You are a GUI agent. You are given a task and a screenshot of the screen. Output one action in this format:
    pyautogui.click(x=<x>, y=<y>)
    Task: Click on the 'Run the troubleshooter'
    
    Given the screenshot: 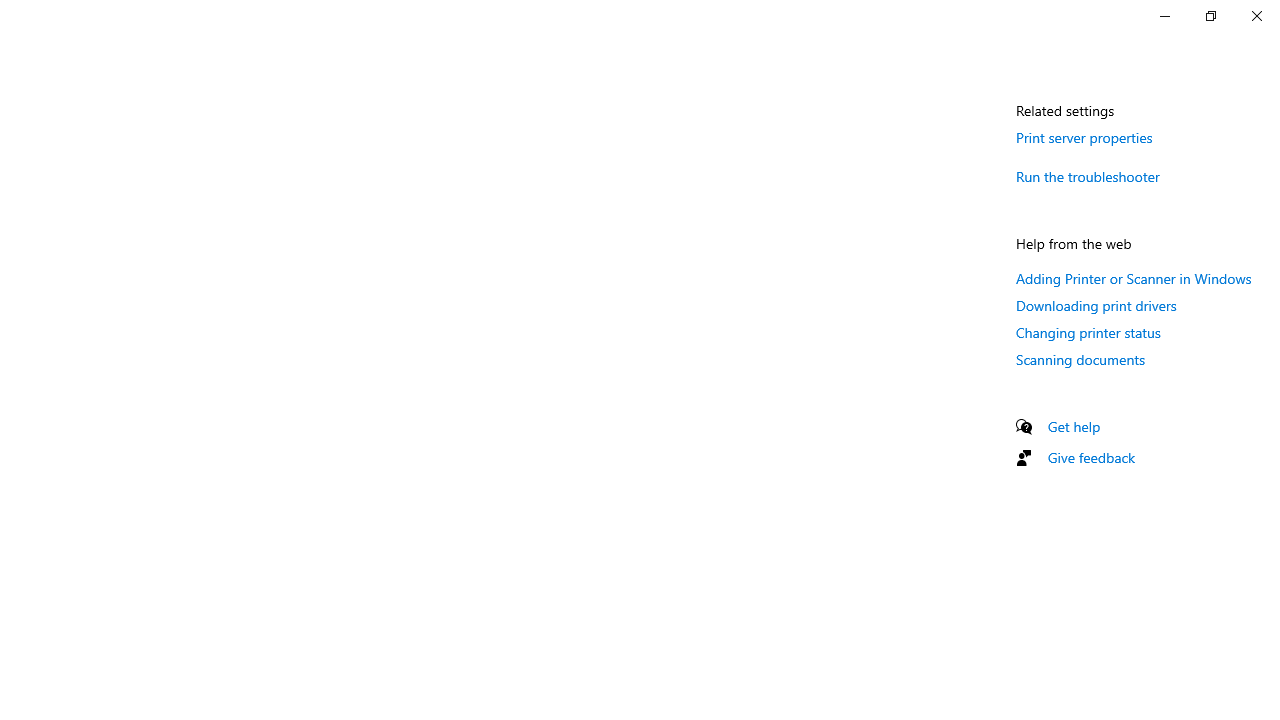 What is the action you would take?
    pyautogui.click(x=1087, y=175)
    